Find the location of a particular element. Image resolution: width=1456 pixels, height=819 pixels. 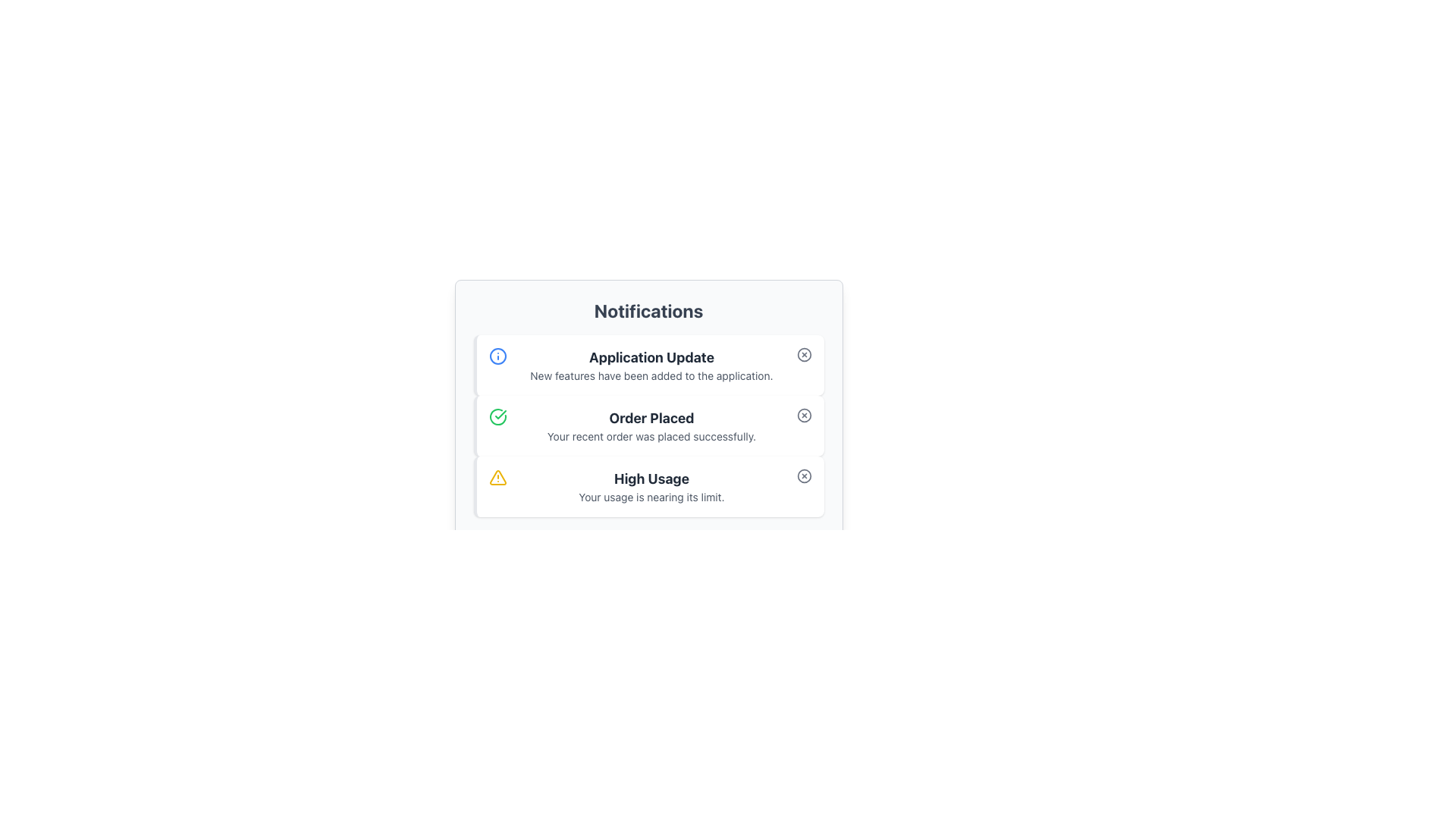

the warning icon in the 'High Usage' notification block, which is the third item in a vertically-stacked notification list, positioned to the left of the textual content is located at coordinates (497, 476).